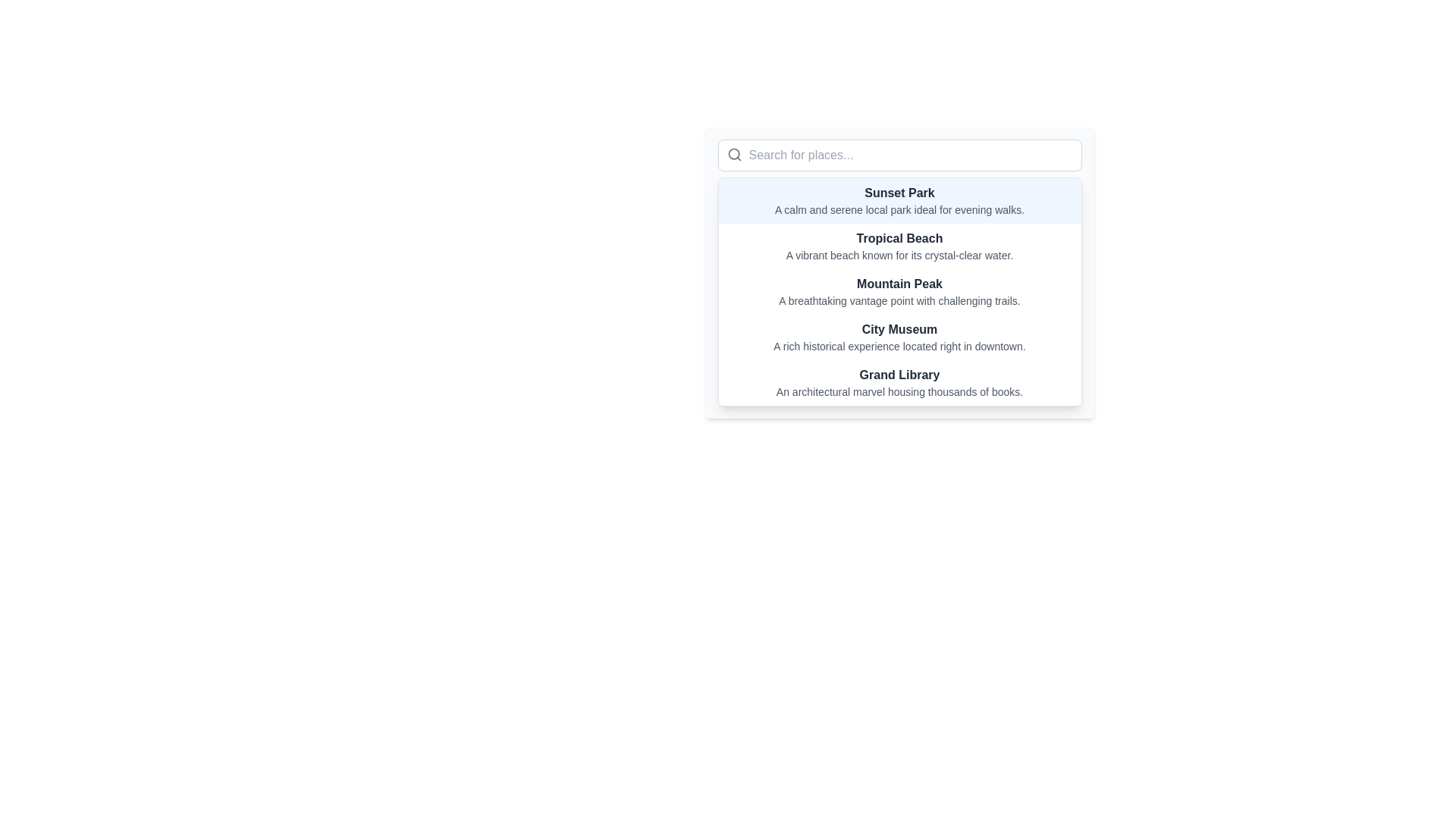  What do you see at coordinates (733, 154) in the screenshot?
I see `the small circular shape within the magnifying glass icon, which represents the inner detail of the search icon, positioned near the top-left corner of the interface` at bounding box center [733, 154].